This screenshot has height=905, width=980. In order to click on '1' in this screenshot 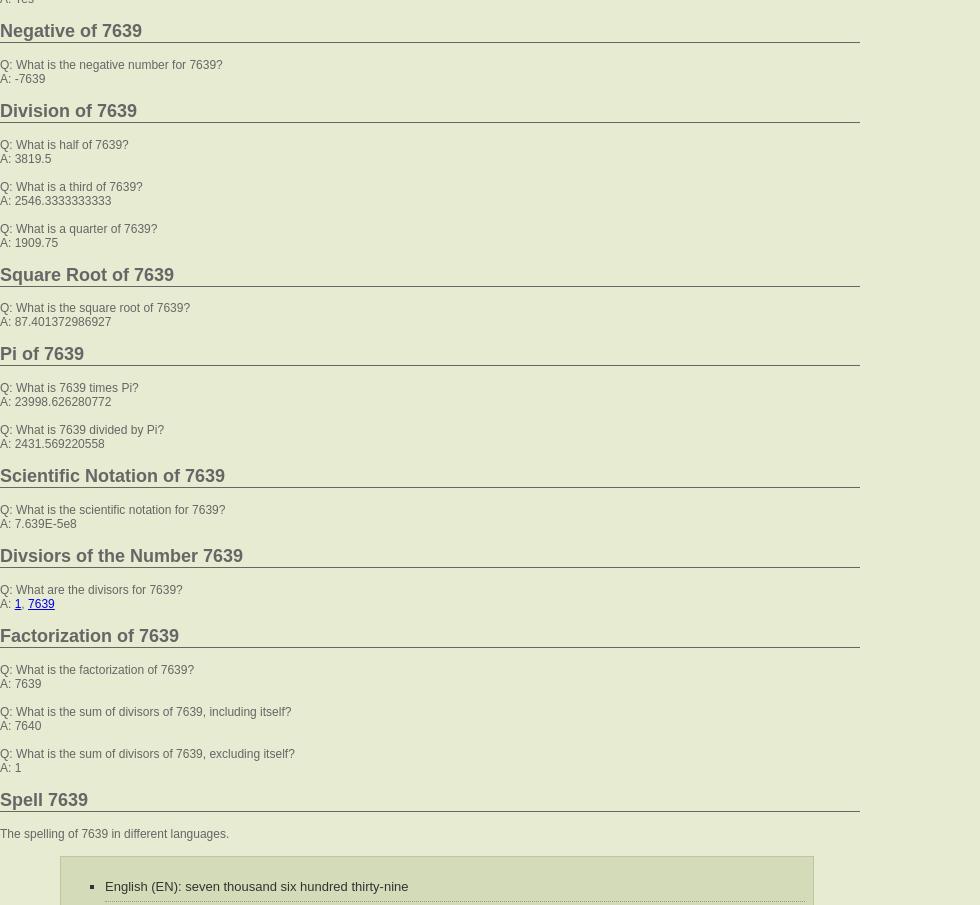, I will do `click(17, 603)`.